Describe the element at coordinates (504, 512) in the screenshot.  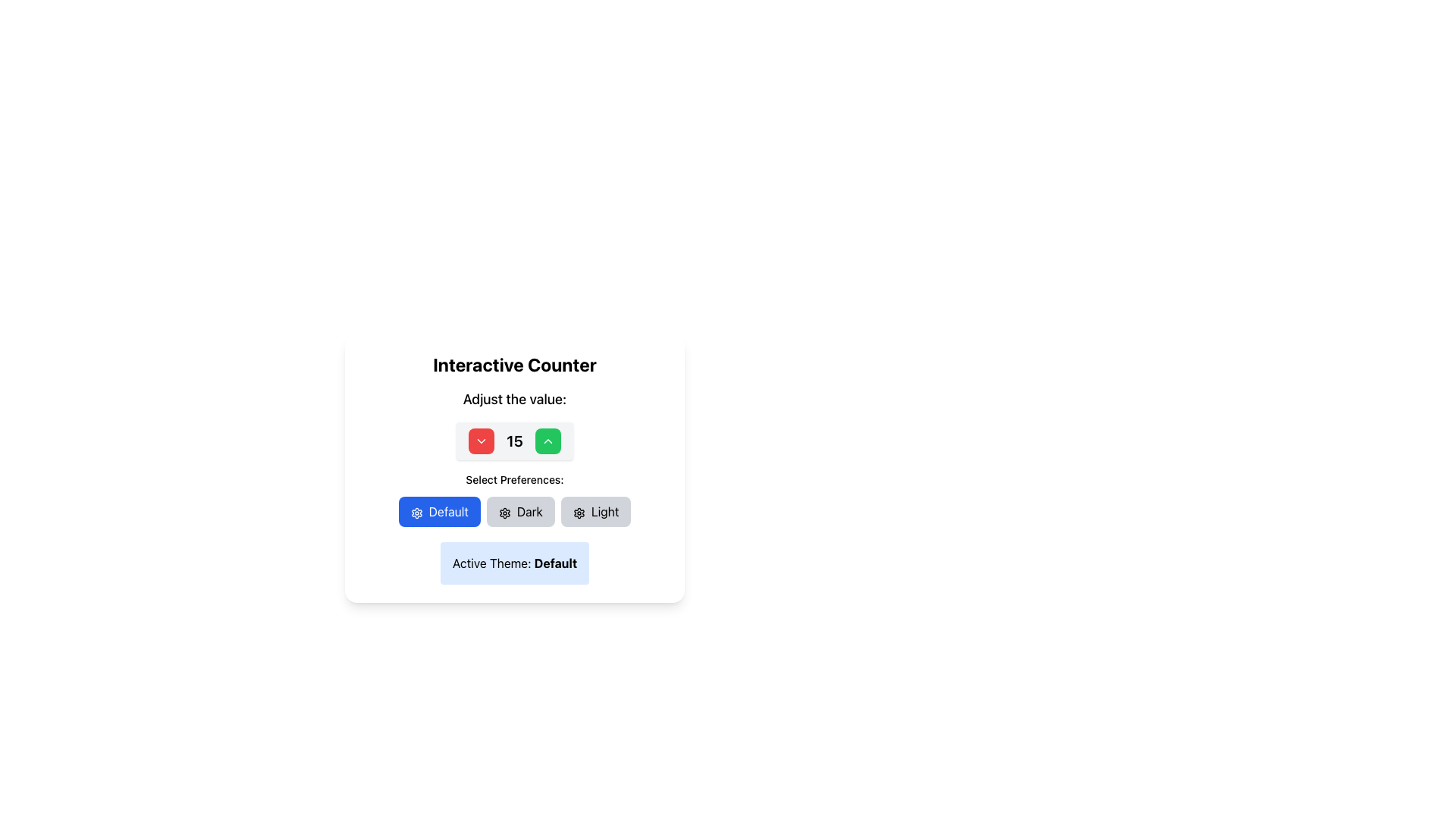
I see `the settings icon, which is a cogwheel shape, located to the left of the 'Dark' button below 'Select Preferences:'` at that location.